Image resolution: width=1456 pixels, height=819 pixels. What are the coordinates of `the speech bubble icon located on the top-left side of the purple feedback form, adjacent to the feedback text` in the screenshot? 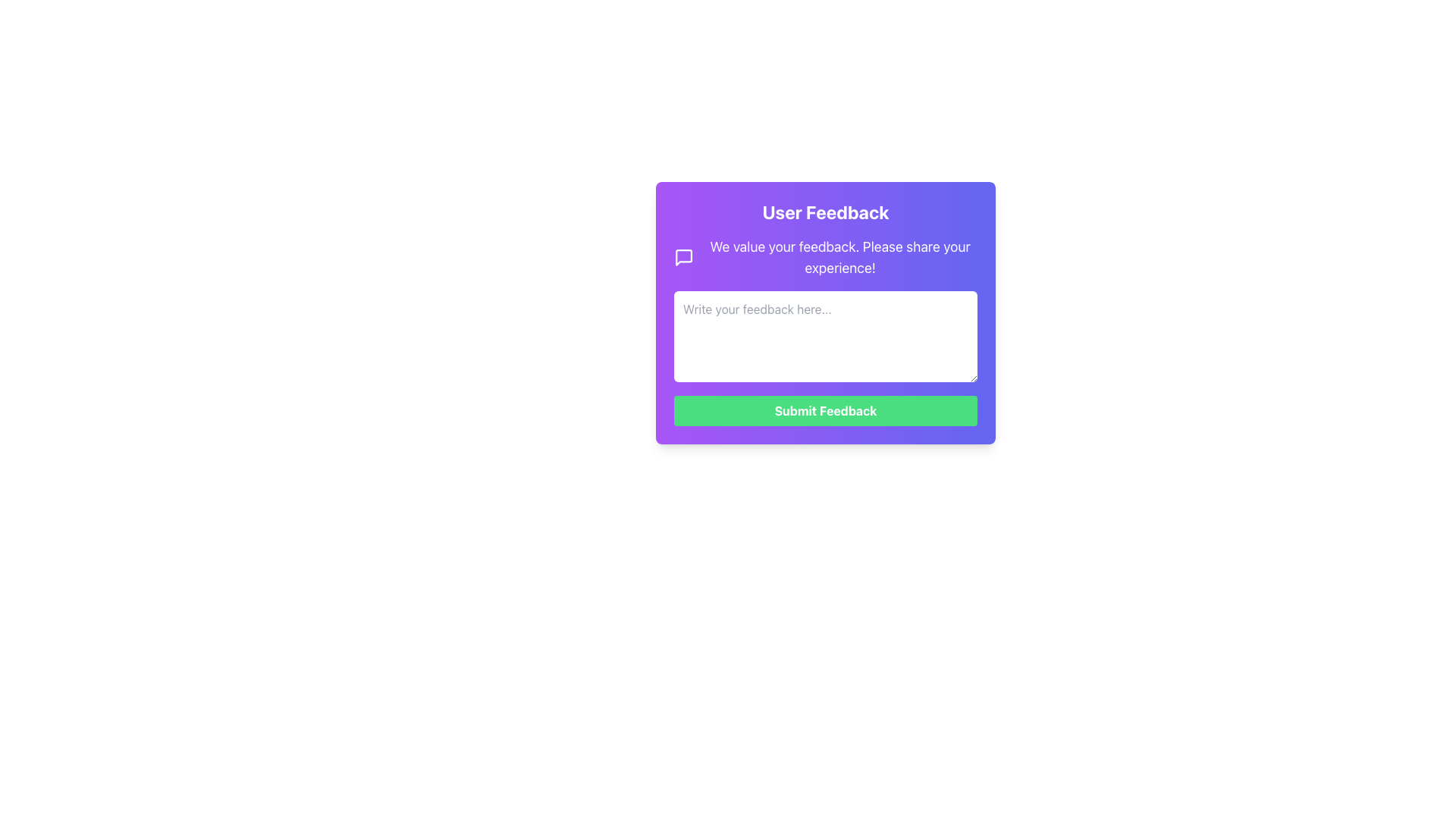 It's located at (683, 256).